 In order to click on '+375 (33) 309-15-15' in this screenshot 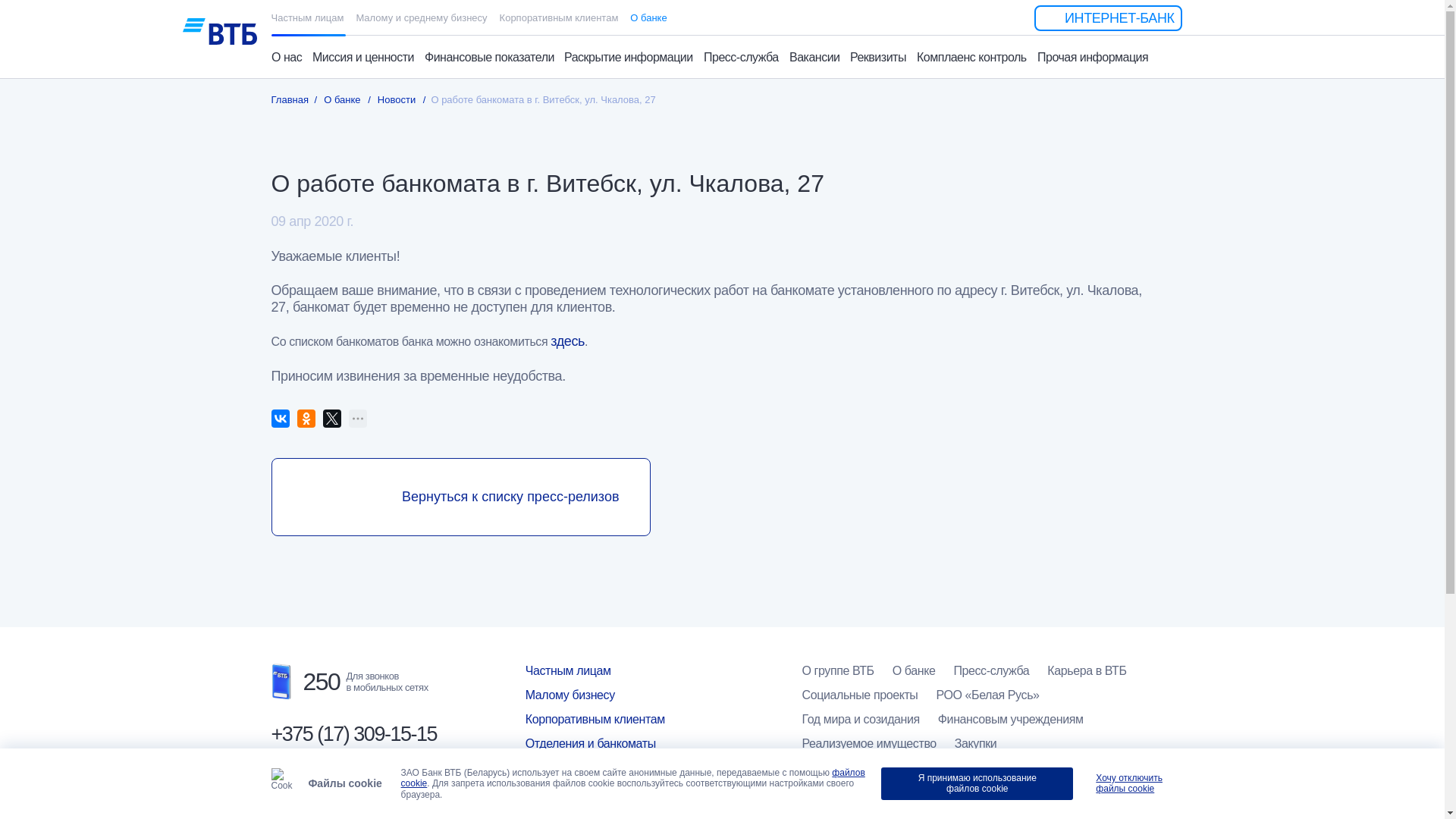, I will do `click(353, 789)`.